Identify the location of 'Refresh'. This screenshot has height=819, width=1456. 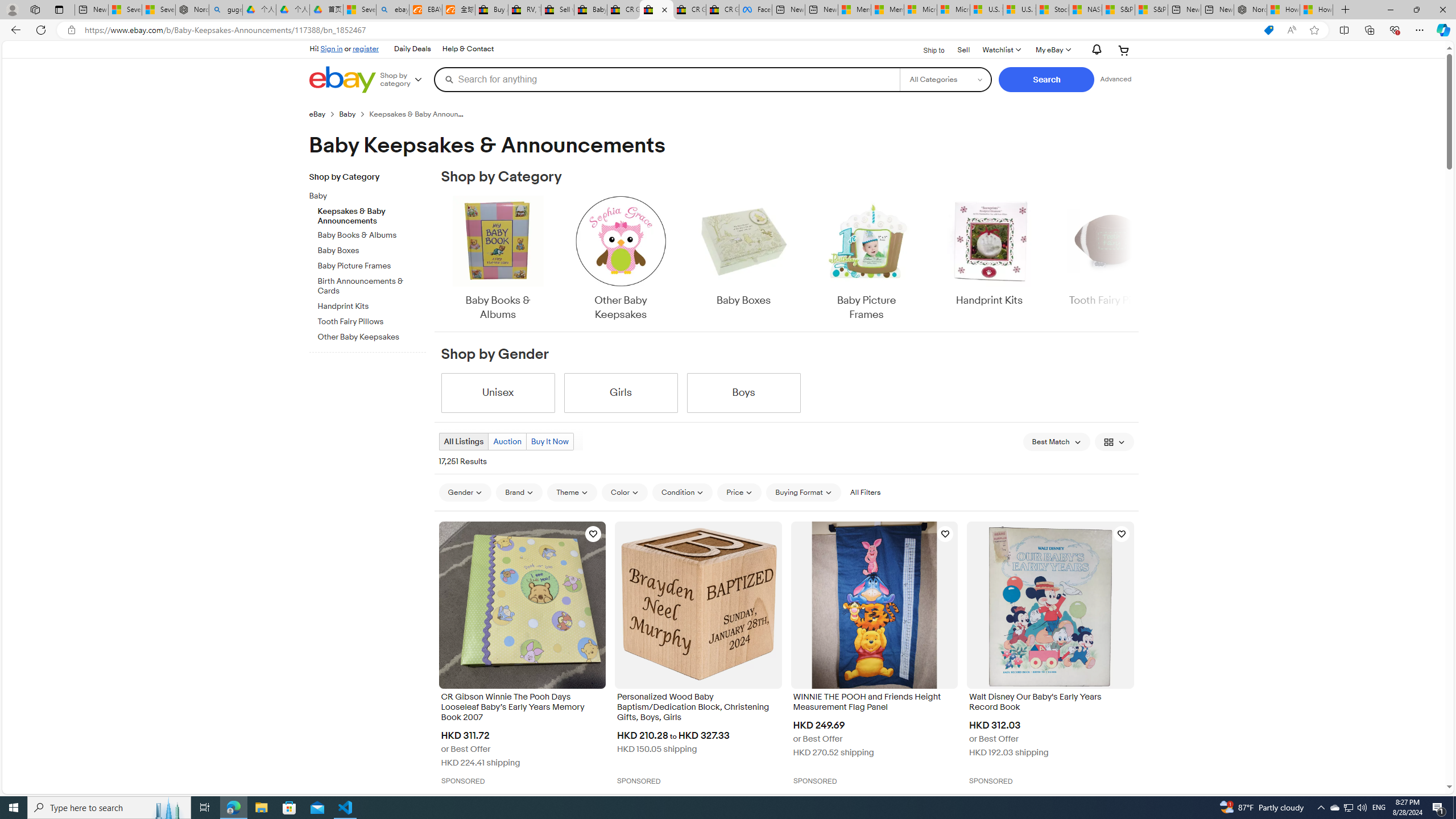
(40, 29).